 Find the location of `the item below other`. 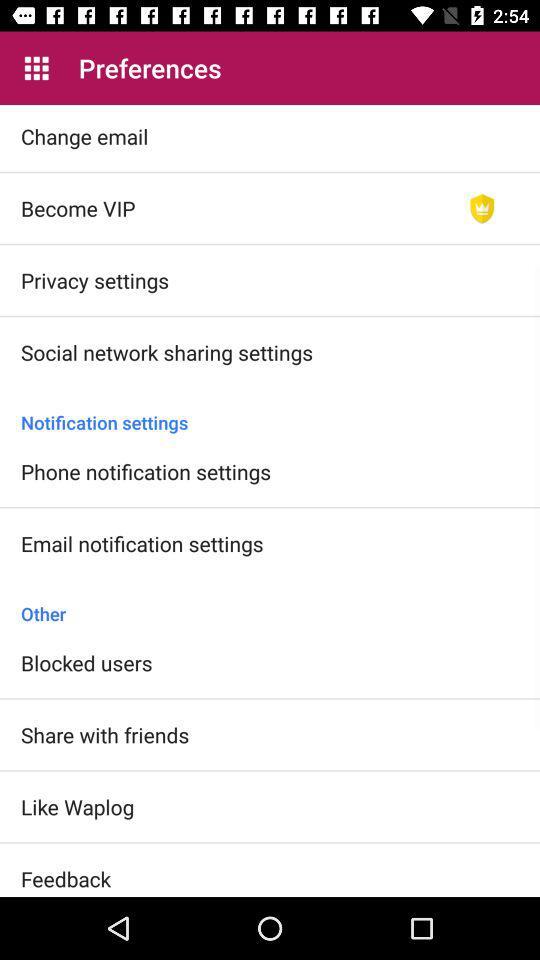

the item below other is located at coordinates (85, 662).